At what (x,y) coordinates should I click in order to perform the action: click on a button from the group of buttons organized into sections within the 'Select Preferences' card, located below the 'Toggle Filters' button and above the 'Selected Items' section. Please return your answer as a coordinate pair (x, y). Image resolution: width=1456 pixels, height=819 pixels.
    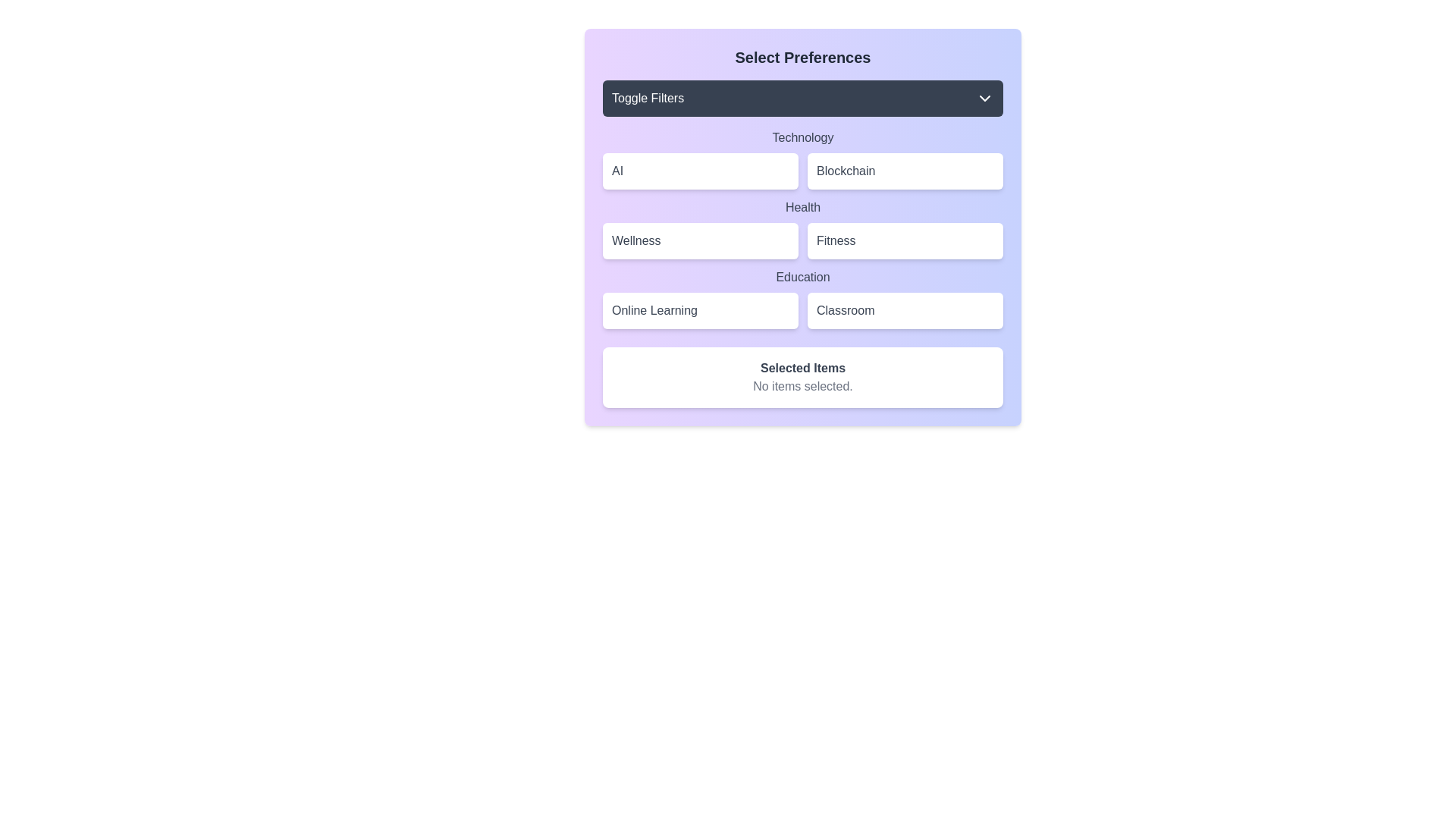
    Looking at the image, I should click on (802, 228).